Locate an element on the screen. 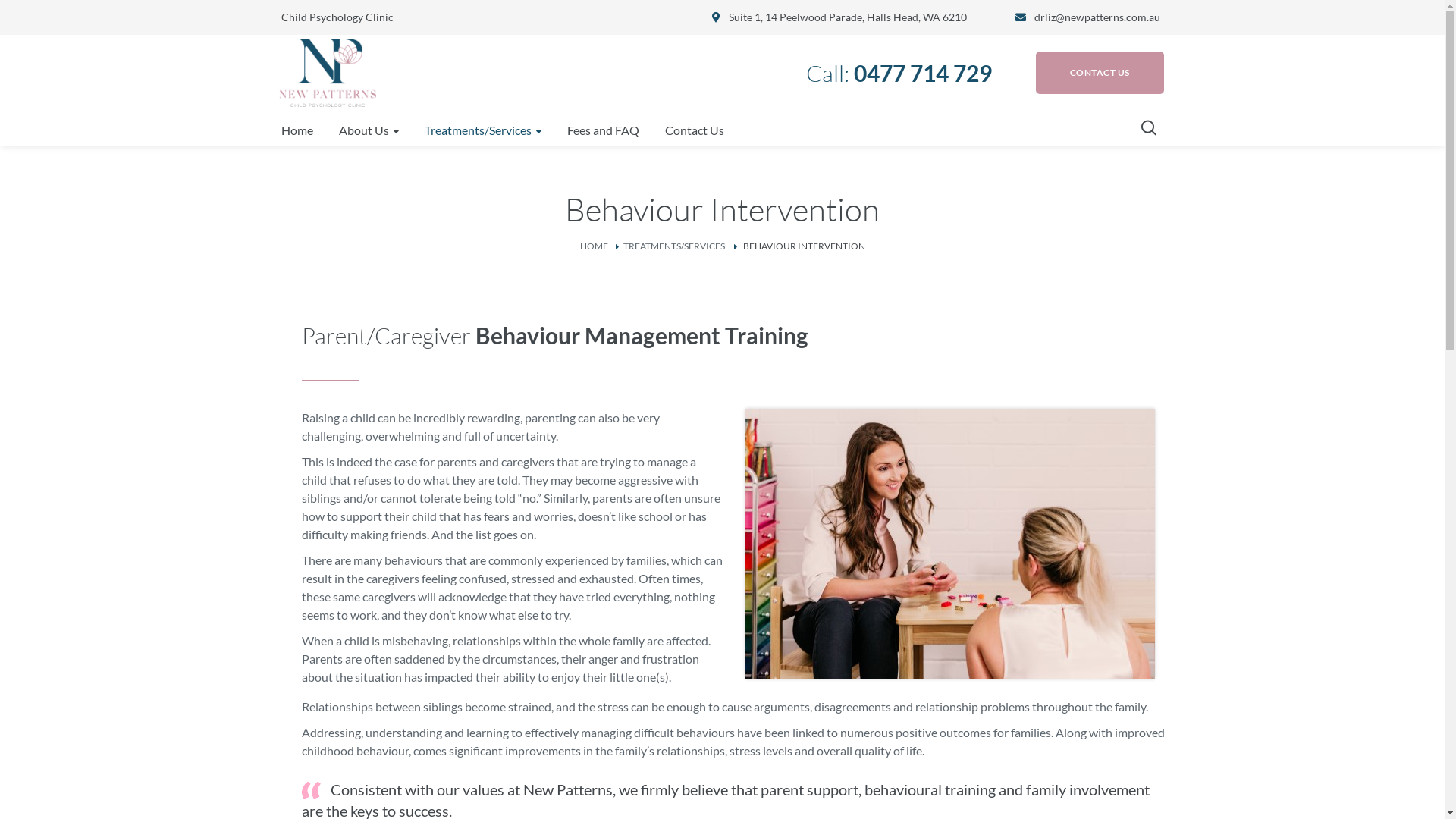 The image size is (1456, 819). 'Home' is located at coordinates (296, 130).